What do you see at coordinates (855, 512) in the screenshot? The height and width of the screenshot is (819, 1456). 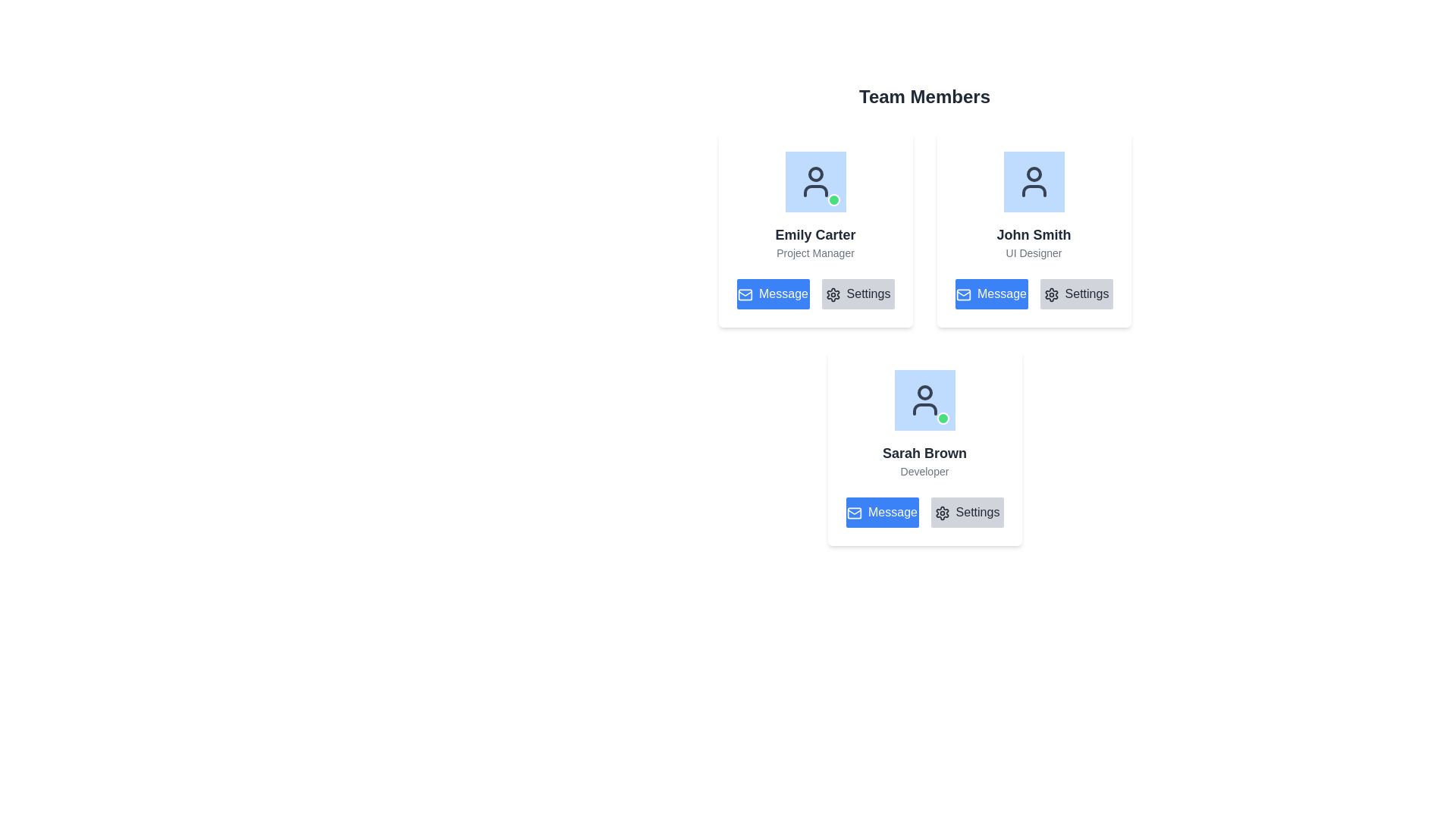 I see `the bottom part of the mail envelope icon, which is part of the mail icon adjacent to the blue 'Message' button under John Smith's profile box` at bounding box center [855, 512].